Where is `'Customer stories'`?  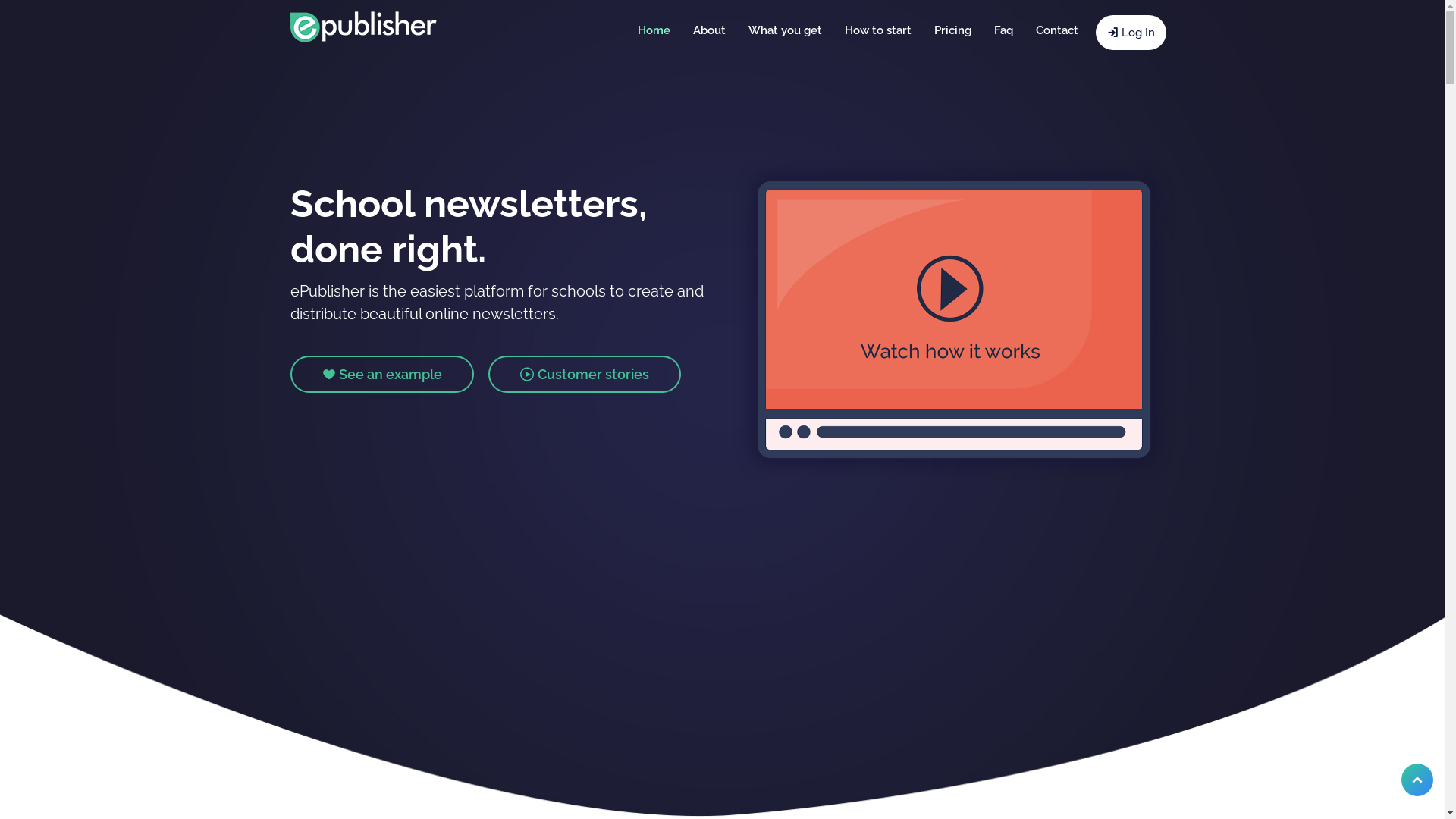
'Customer stories' is located at coordinates (584, 374).